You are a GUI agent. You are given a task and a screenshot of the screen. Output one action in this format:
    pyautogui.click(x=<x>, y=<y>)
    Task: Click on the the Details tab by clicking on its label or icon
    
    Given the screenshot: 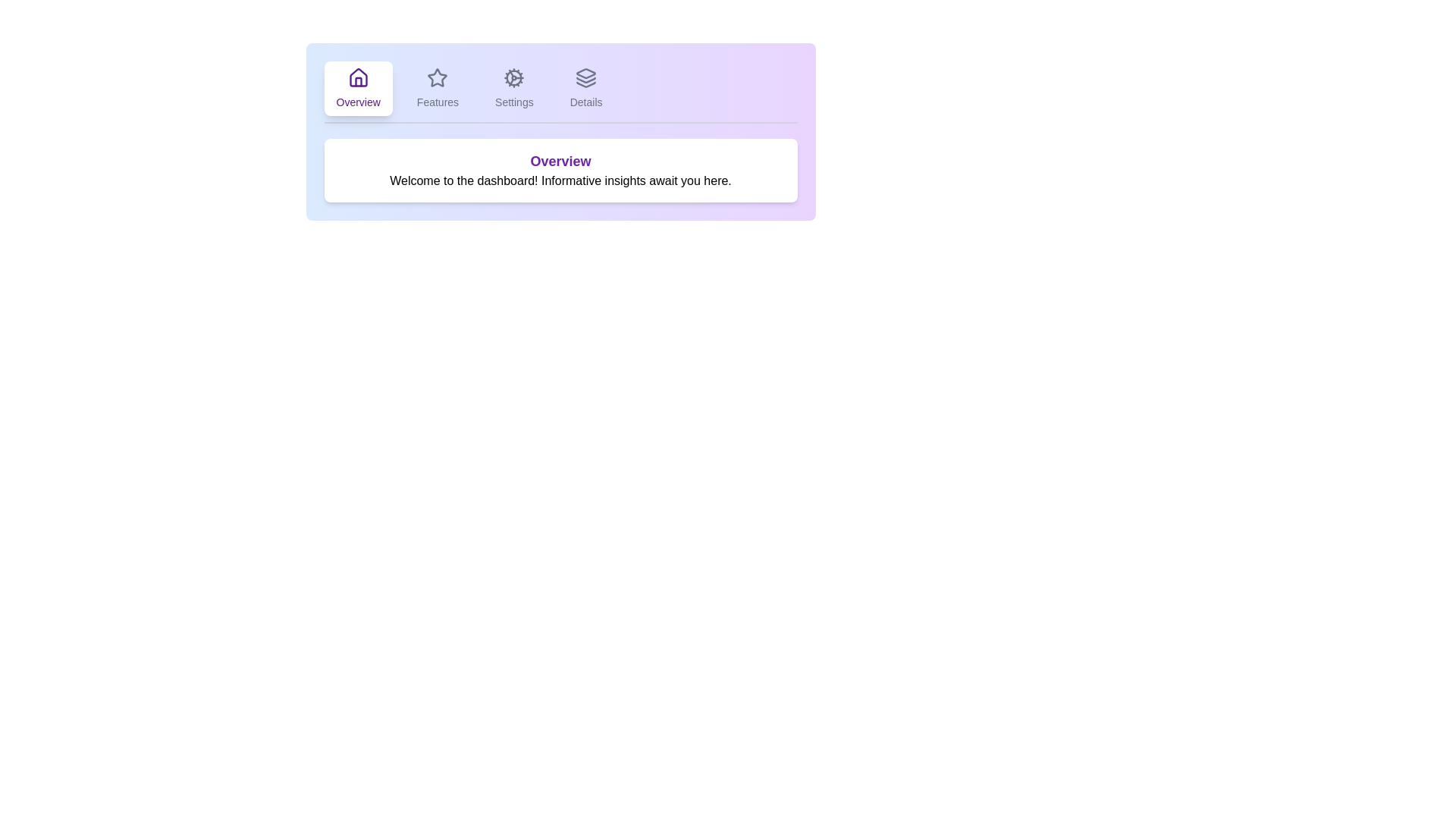 What is the action you would take?
    pyautogui.click(x=585, y=88)
    